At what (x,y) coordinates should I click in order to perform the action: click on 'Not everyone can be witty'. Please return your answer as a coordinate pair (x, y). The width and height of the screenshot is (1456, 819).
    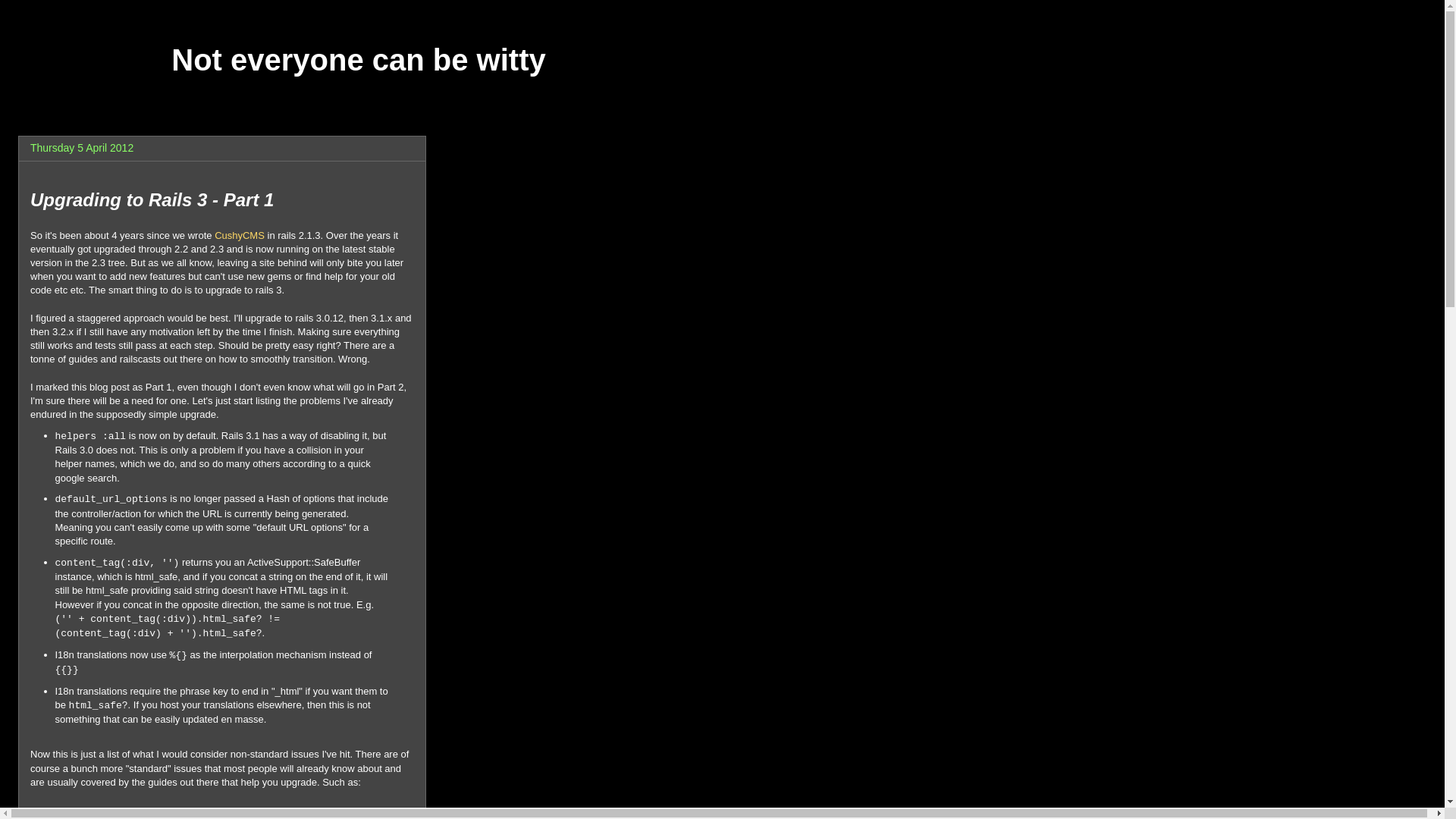
    Looking at the image, I should click on (357, 58).